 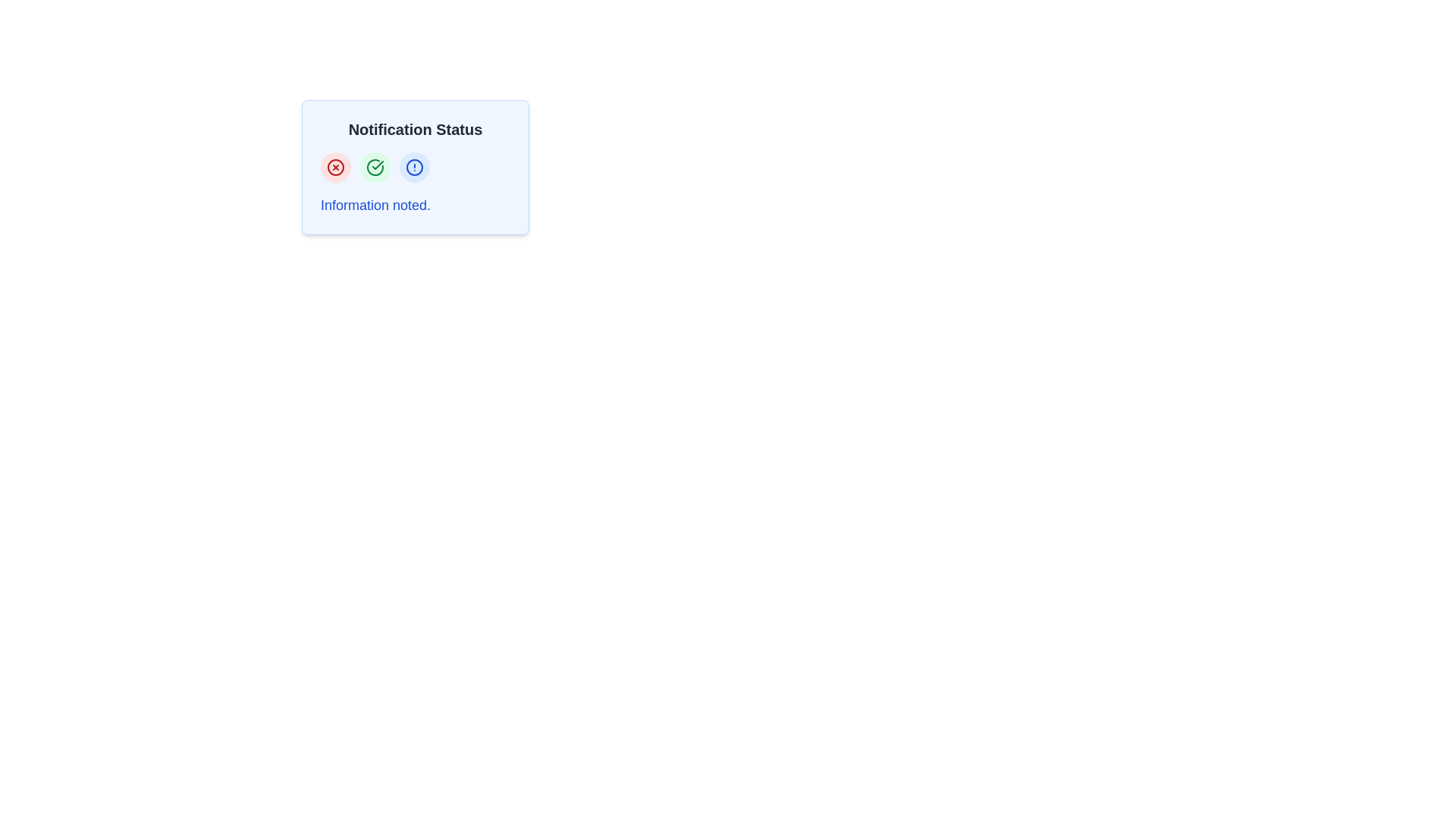 What do you see at coordinates (334, 167) in the screenshot?
I see `the visual state of the error icon representing a negative status indicator located in the notification card, positioned as the leftmost item under the 'Notification Status' heading` at bounding box center [334, 167].